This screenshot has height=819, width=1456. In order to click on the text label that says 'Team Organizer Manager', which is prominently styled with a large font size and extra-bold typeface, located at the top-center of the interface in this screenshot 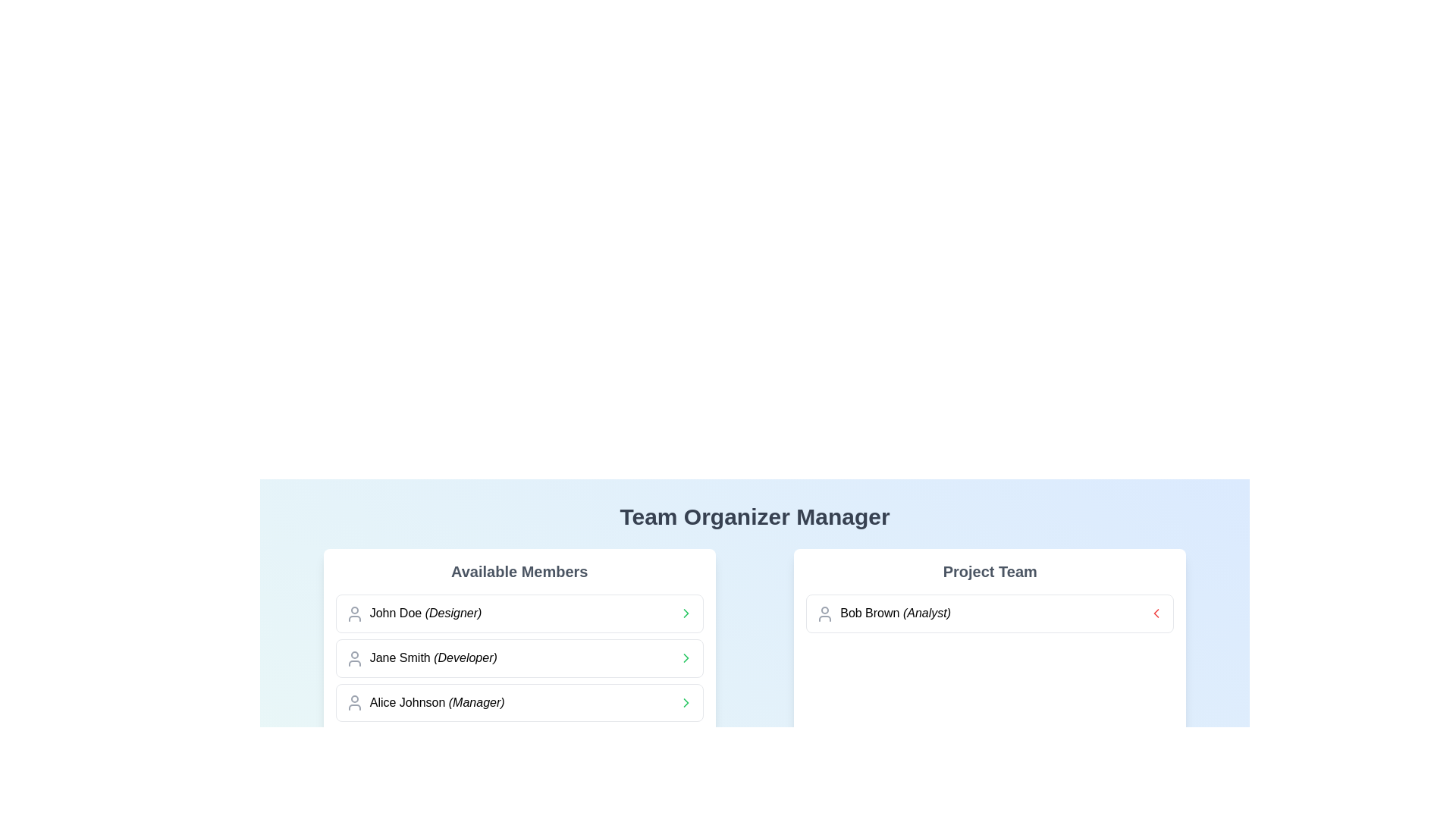, I will do `click(755, 516)`.